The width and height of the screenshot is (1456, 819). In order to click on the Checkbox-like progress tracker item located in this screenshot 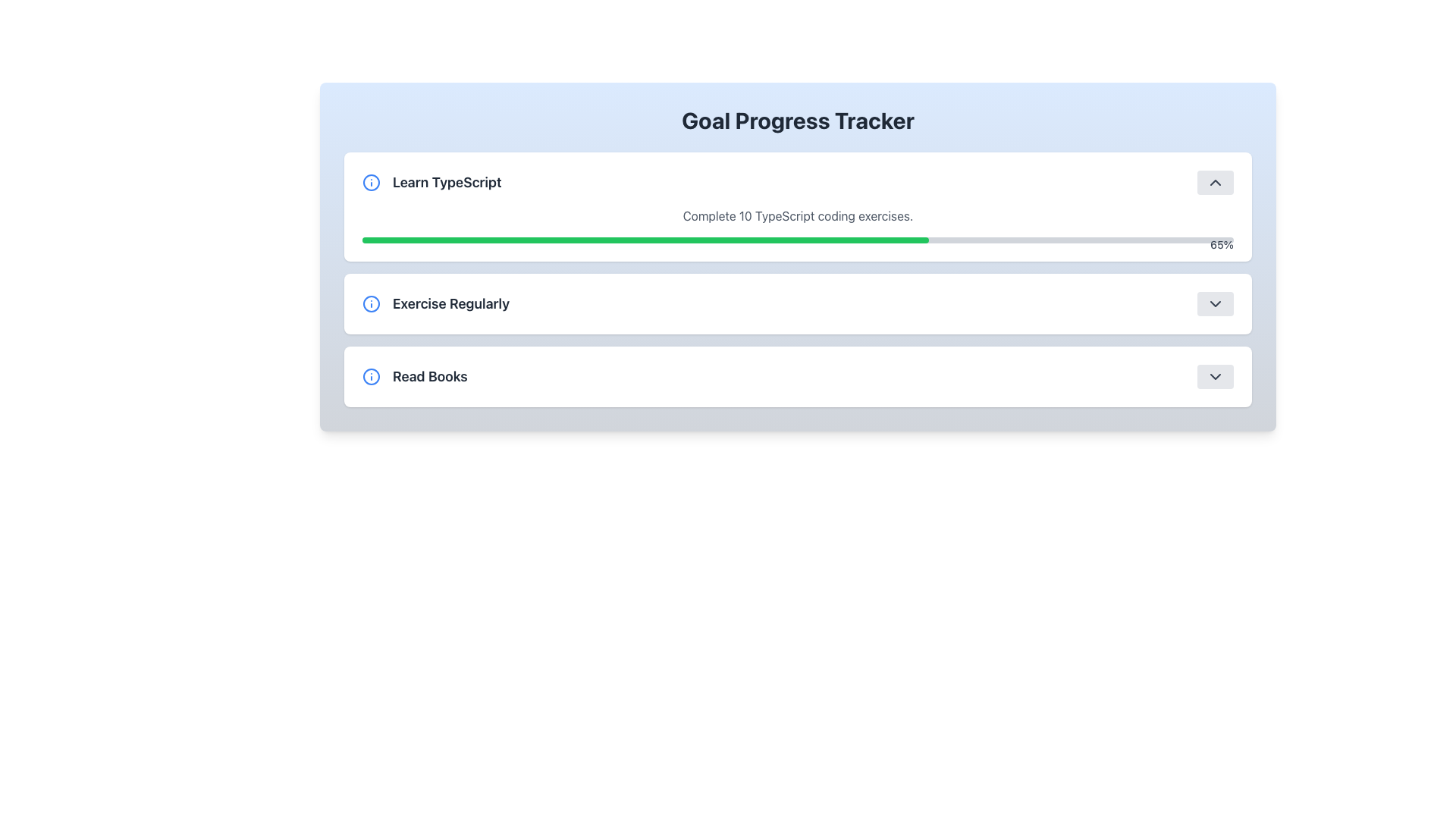, I will do `click(797, 304)`.